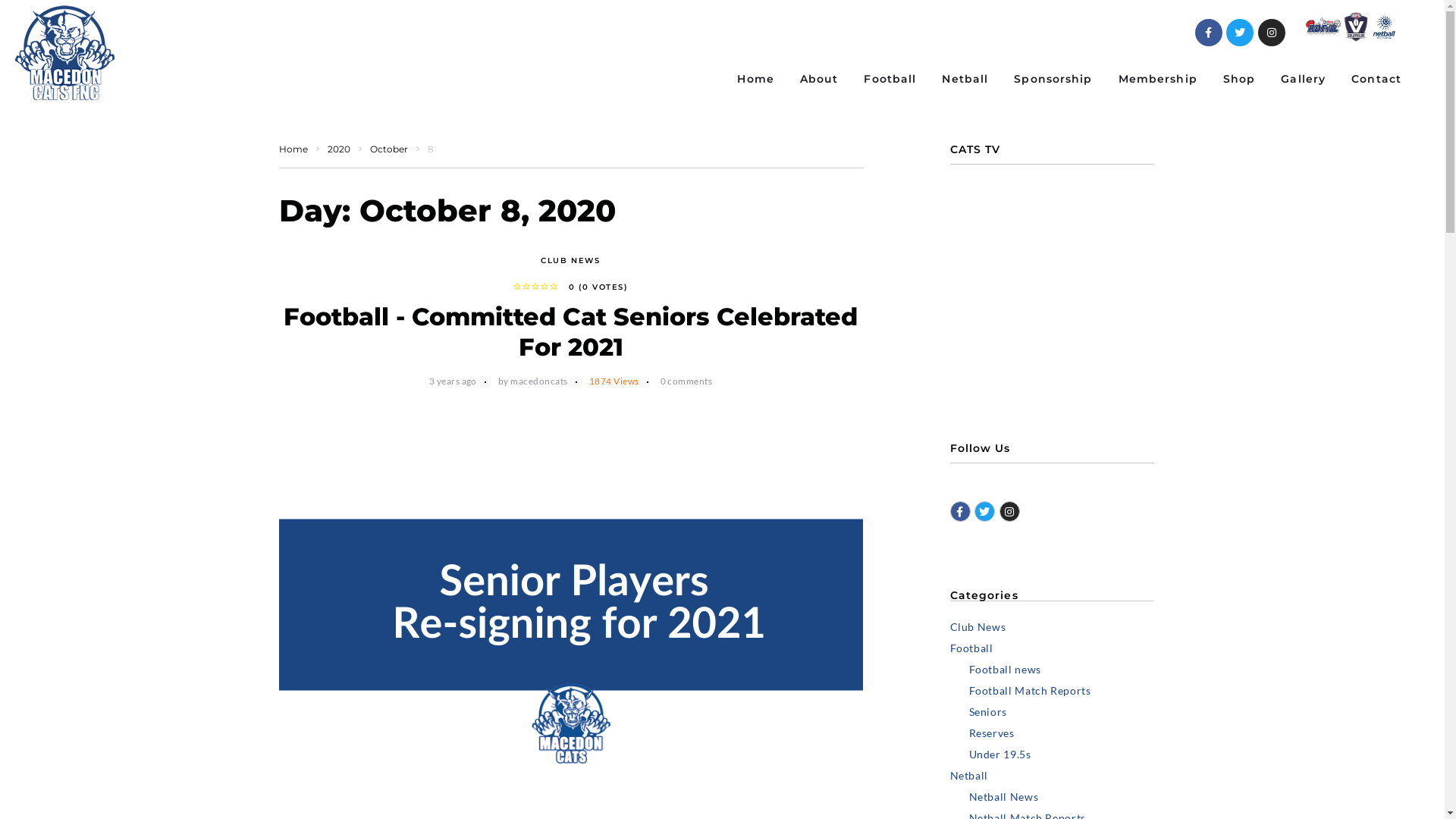  I want to click on 'Contact', so click(1376, 79).